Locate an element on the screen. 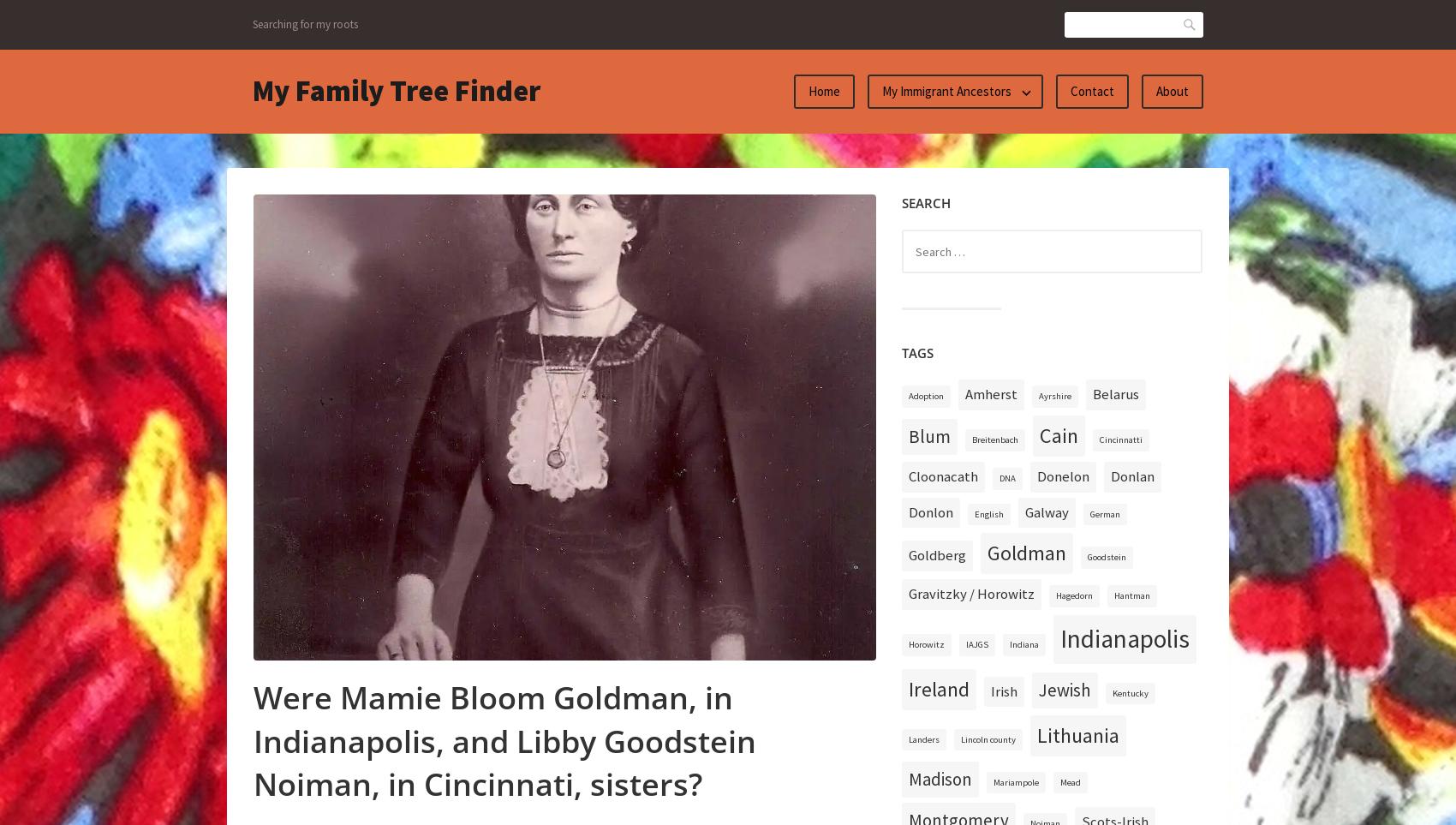 This screenshot has height=825, width=1456. 'Adoption' is located at coordinates (926, 395).